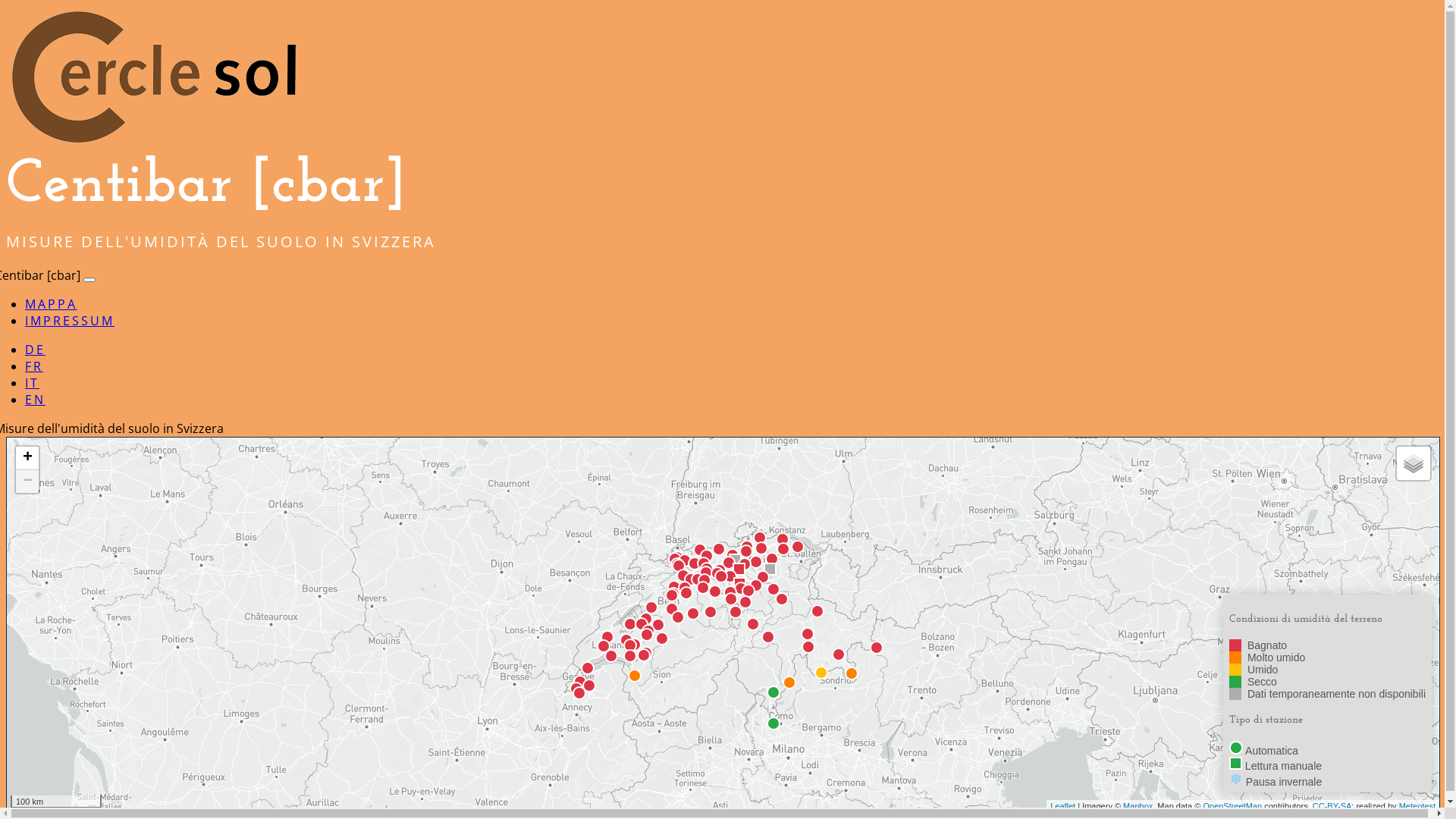 This screenshot has width=1456, height=819. Describe the element at coordinates (1312, 804) in the screenshot. I see `'CC-BY-SA'` at that location.